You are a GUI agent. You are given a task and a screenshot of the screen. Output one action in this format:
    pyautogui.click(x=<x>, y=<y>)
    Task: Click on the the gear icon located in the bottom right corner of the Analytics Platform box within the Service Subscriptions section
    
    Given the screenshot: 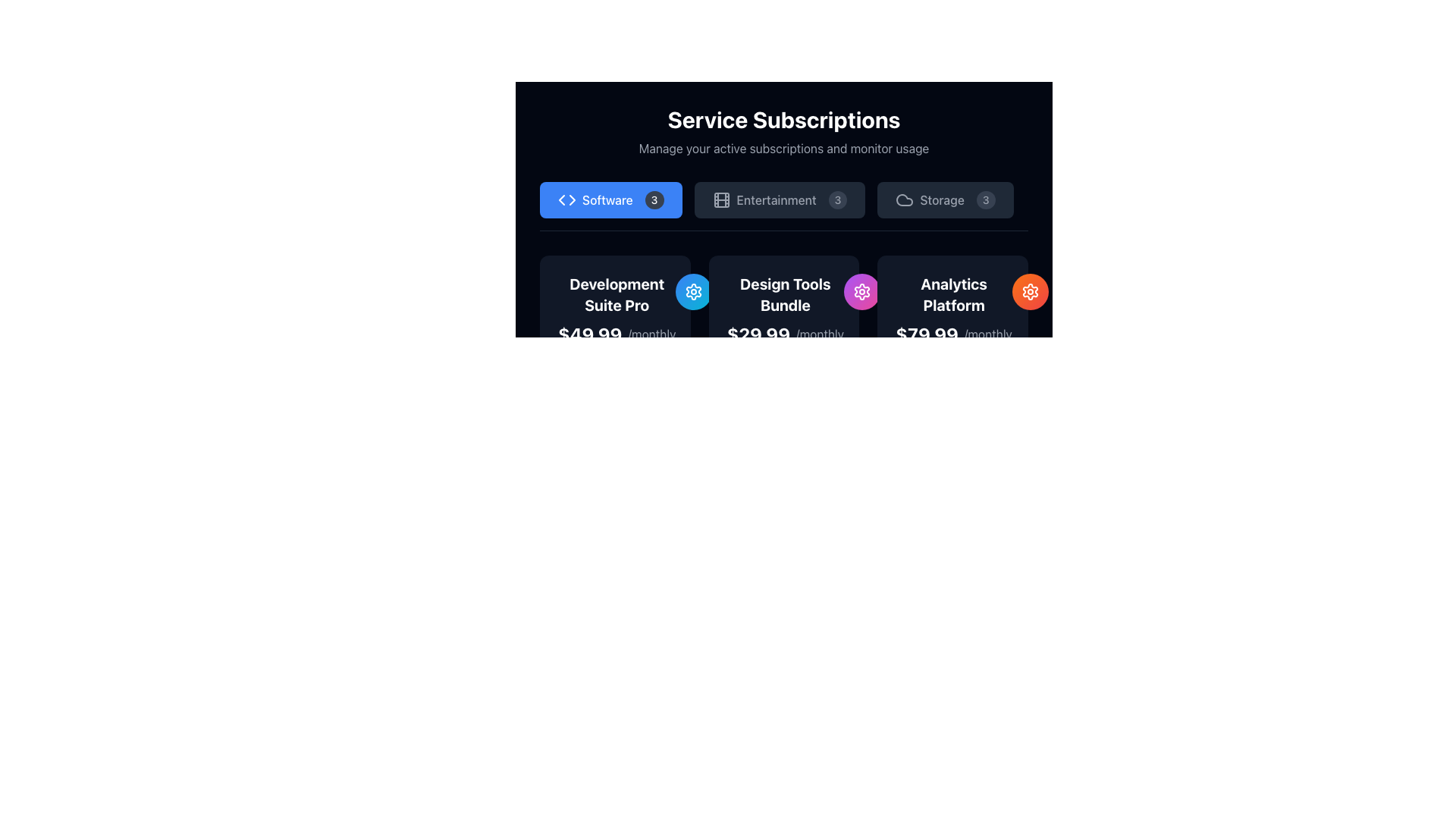 What is the action you would take?
    pyautogui.click(x=862, y=292)
    